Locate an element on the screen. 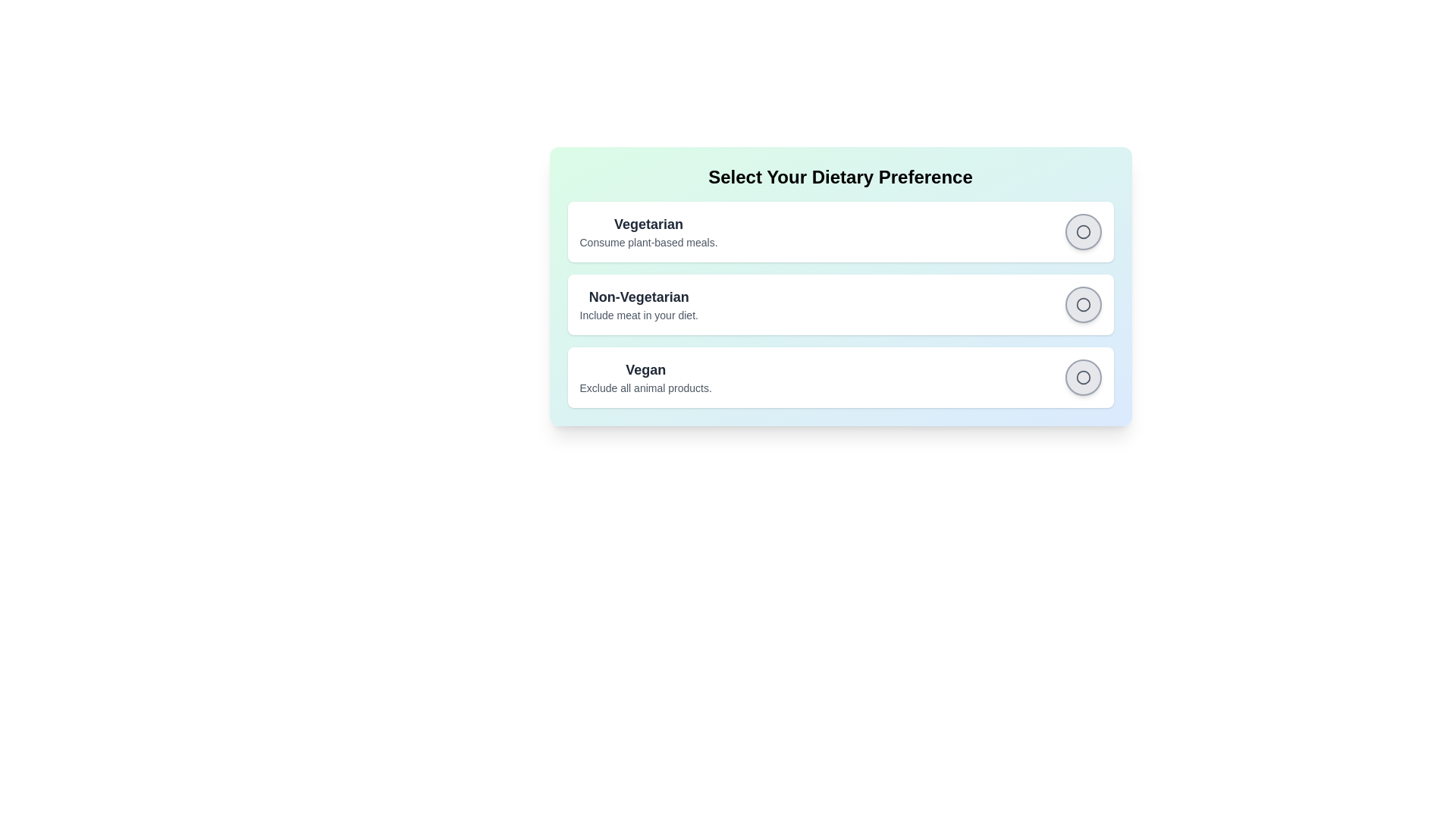 The width and height of the screenshot is (1456, 819). text description for the 'Vegetarian' dietary preference option, which is the first item in the list of options and is located at the uppermost position within its group of related elements is located at coordinates (648, 231).